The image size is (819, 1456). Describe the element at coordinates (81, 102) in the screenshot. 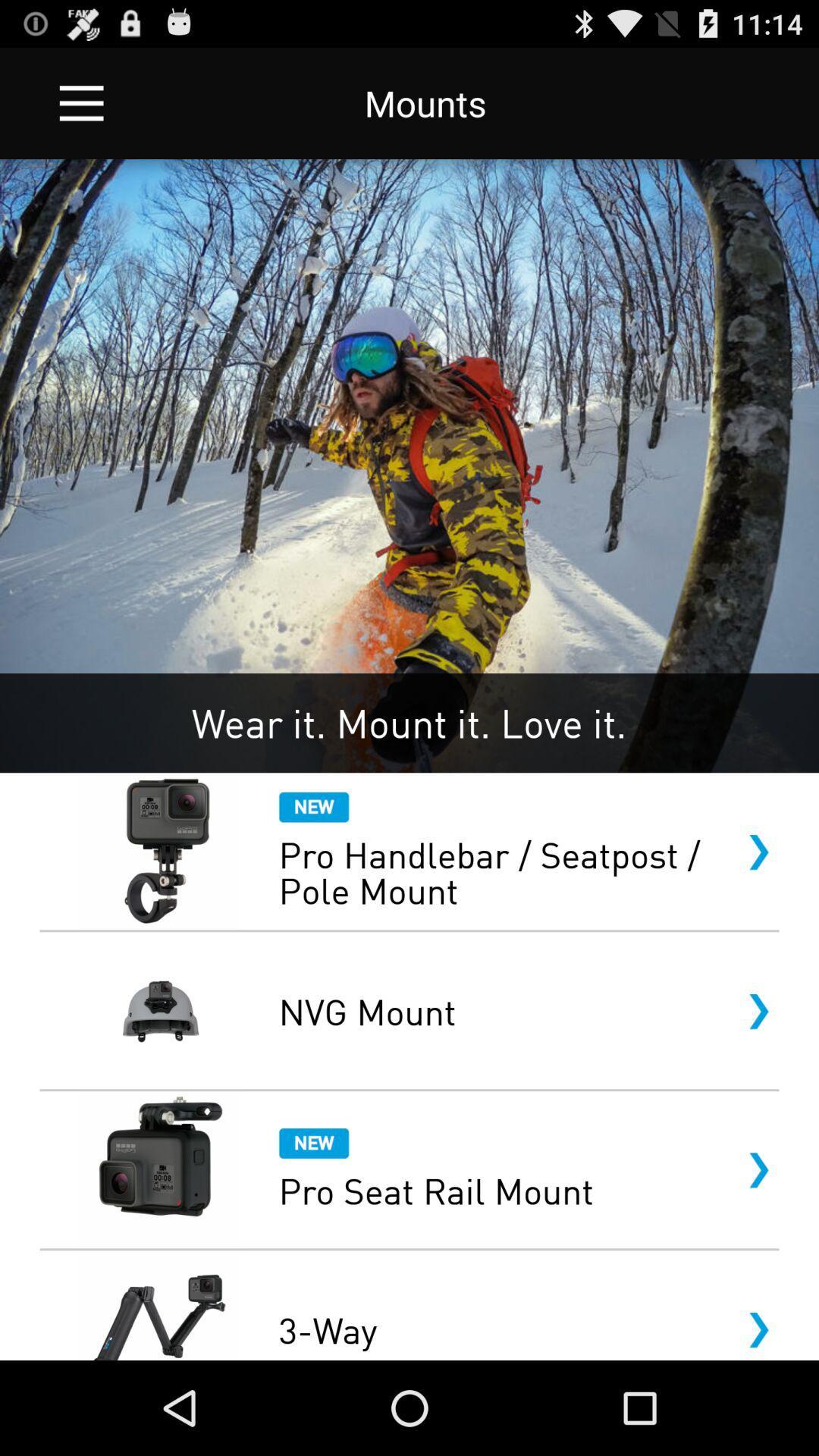

I see `the icon at the top left corner` at that location.